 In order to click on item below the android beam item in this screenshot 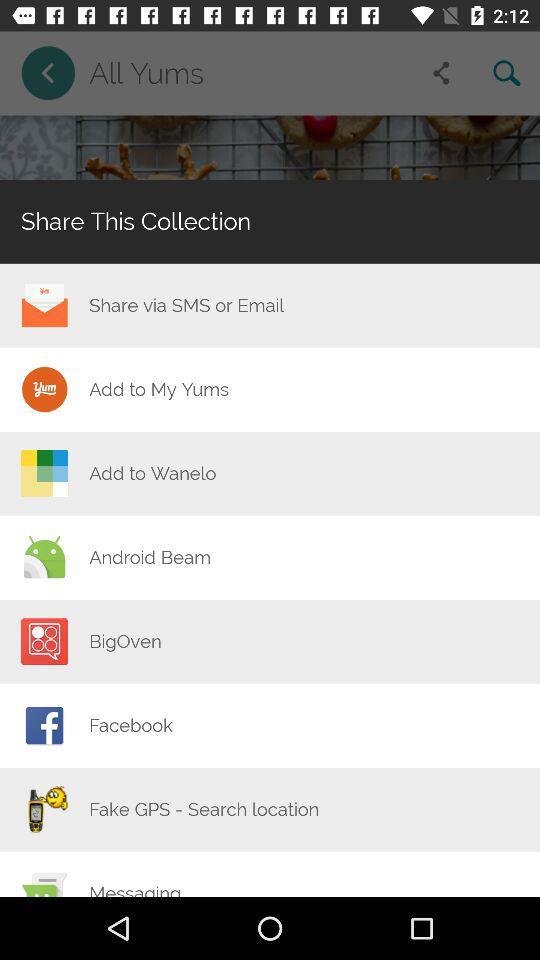, I will do `click(125, 640)`.